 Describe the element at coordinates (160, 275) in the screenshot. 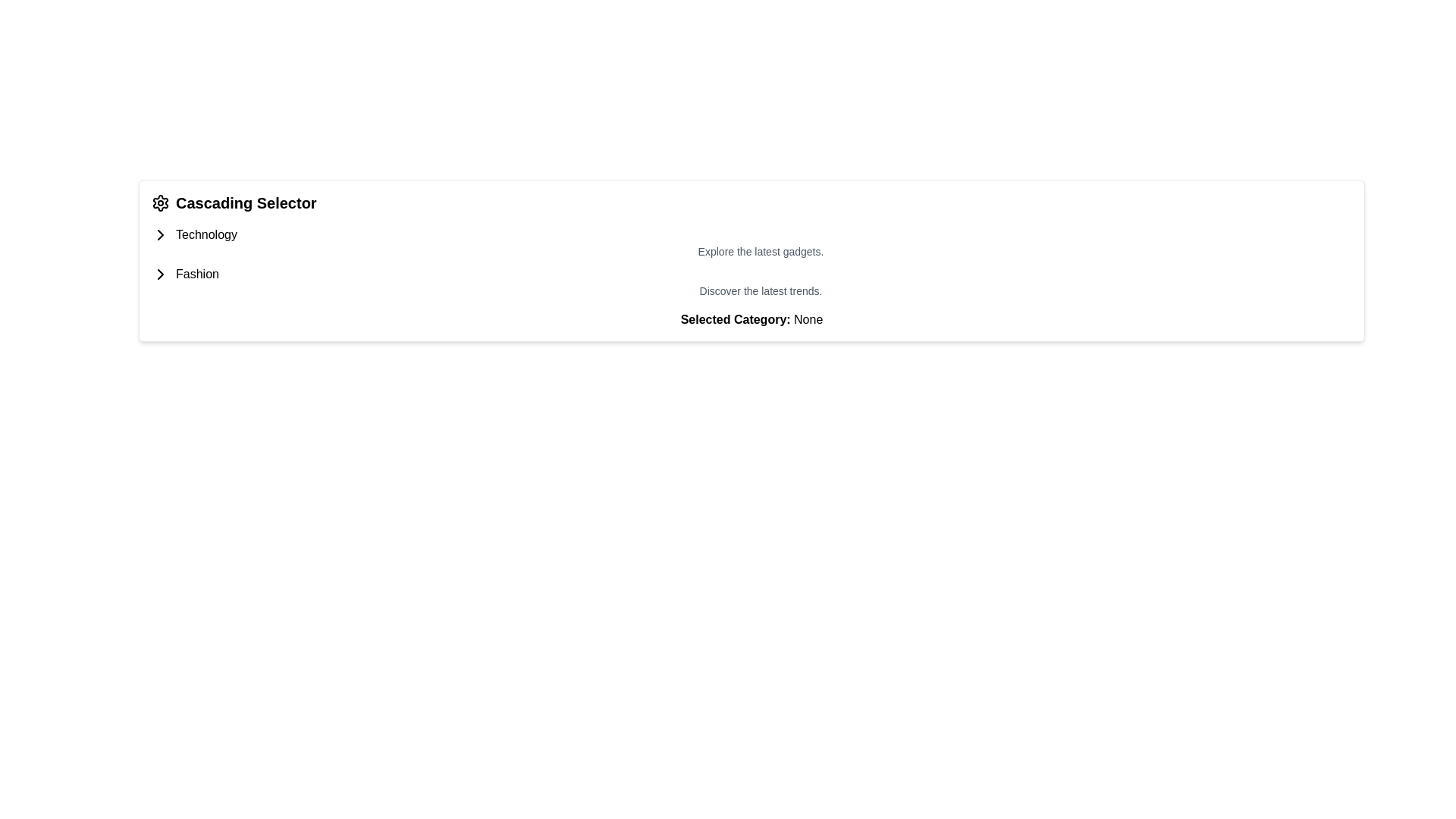

I see `the navigation icon associated with the 'Fashion' category` at that location.